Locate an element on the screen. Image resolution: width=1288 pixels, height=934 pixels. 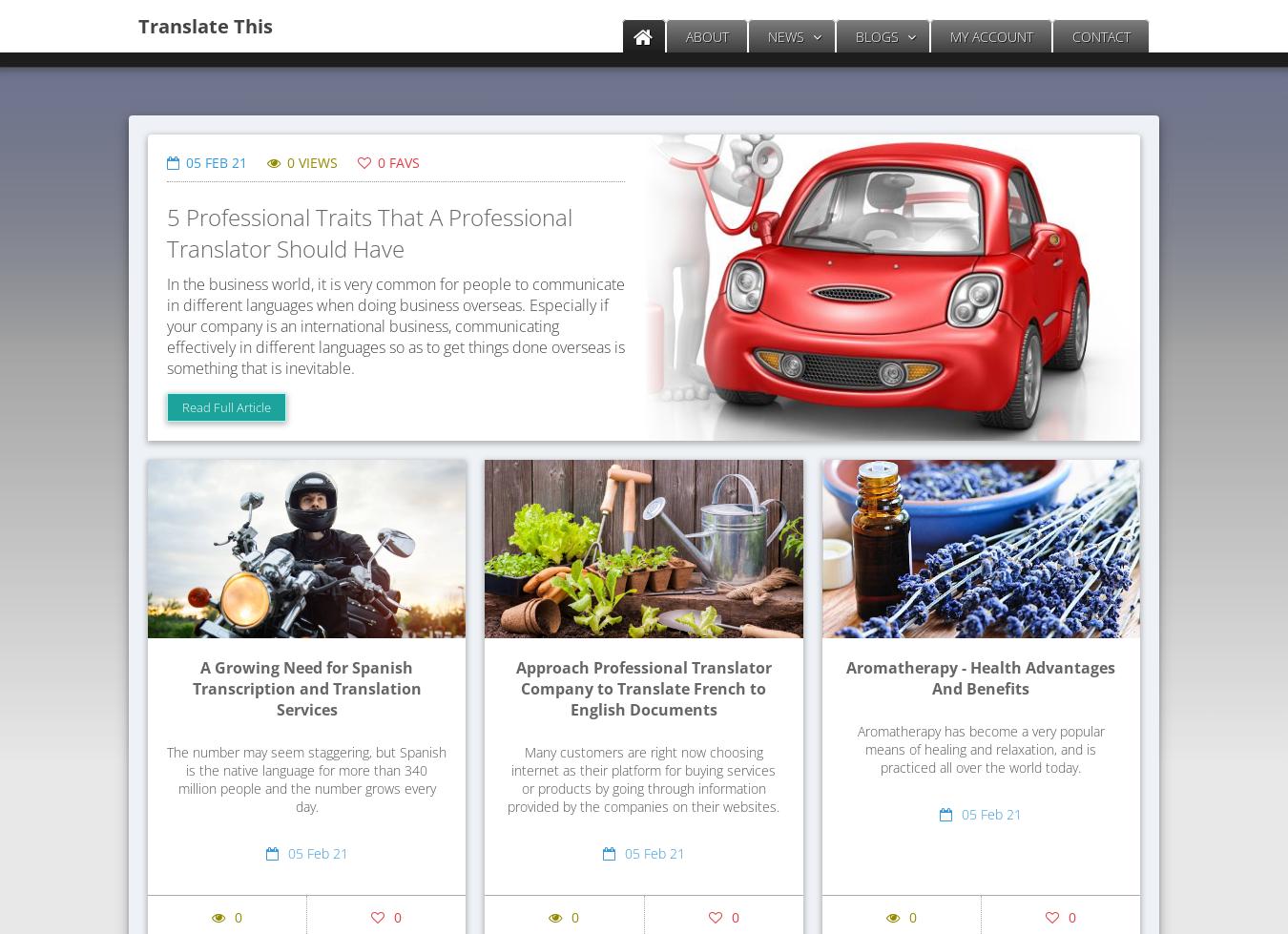
'Many customers are right now choosing internet as their platform for buying services or products by going through information provided by the companies on their websites.' is located at coordinates (643, 778).